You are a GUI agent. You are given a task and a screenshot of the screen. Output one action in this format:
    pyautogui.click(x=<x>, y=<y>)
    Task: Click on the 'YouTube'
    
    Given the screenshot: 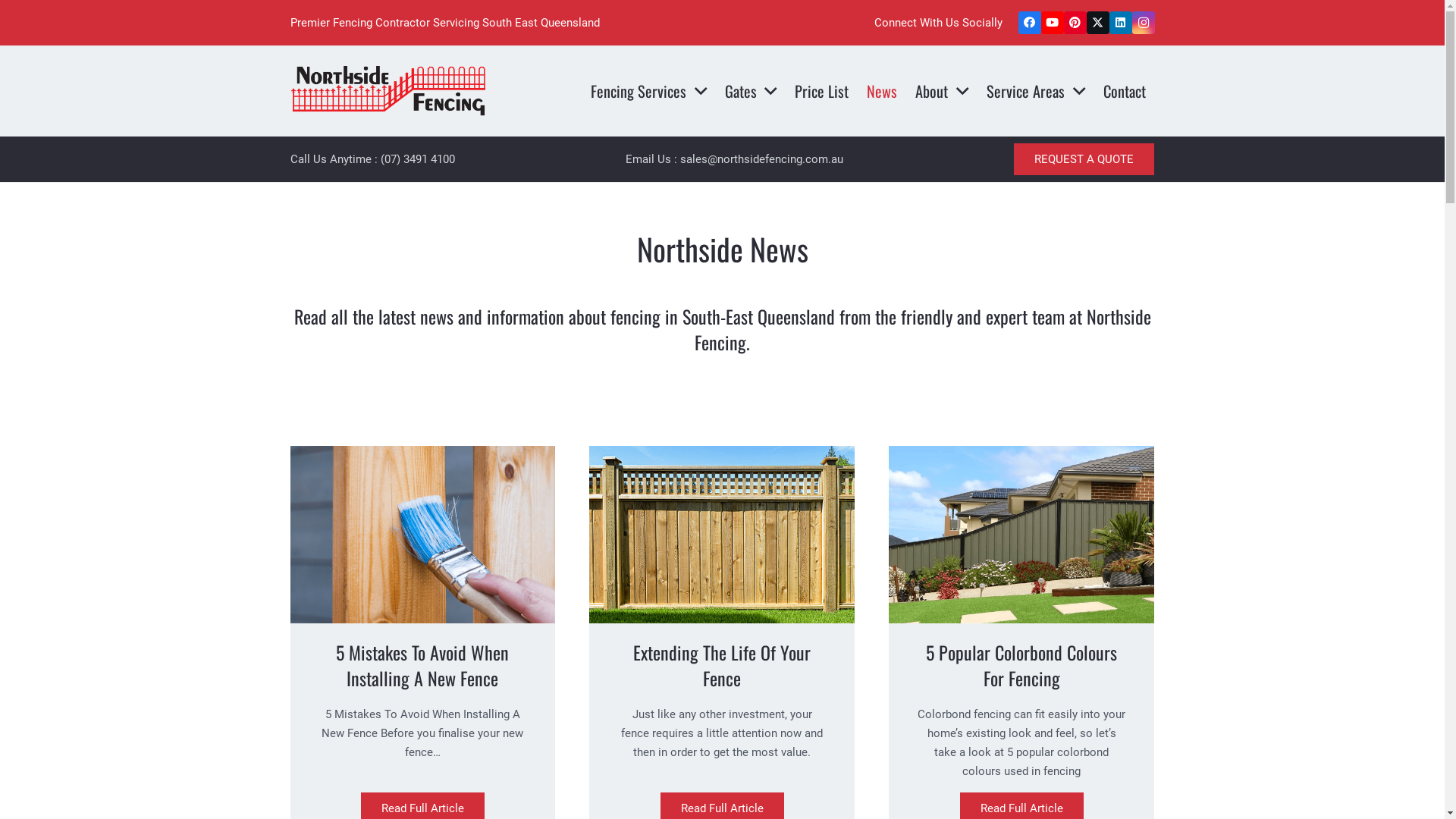 What is the action you would take?
    pyautogui.click(x=1051, y=23)
    